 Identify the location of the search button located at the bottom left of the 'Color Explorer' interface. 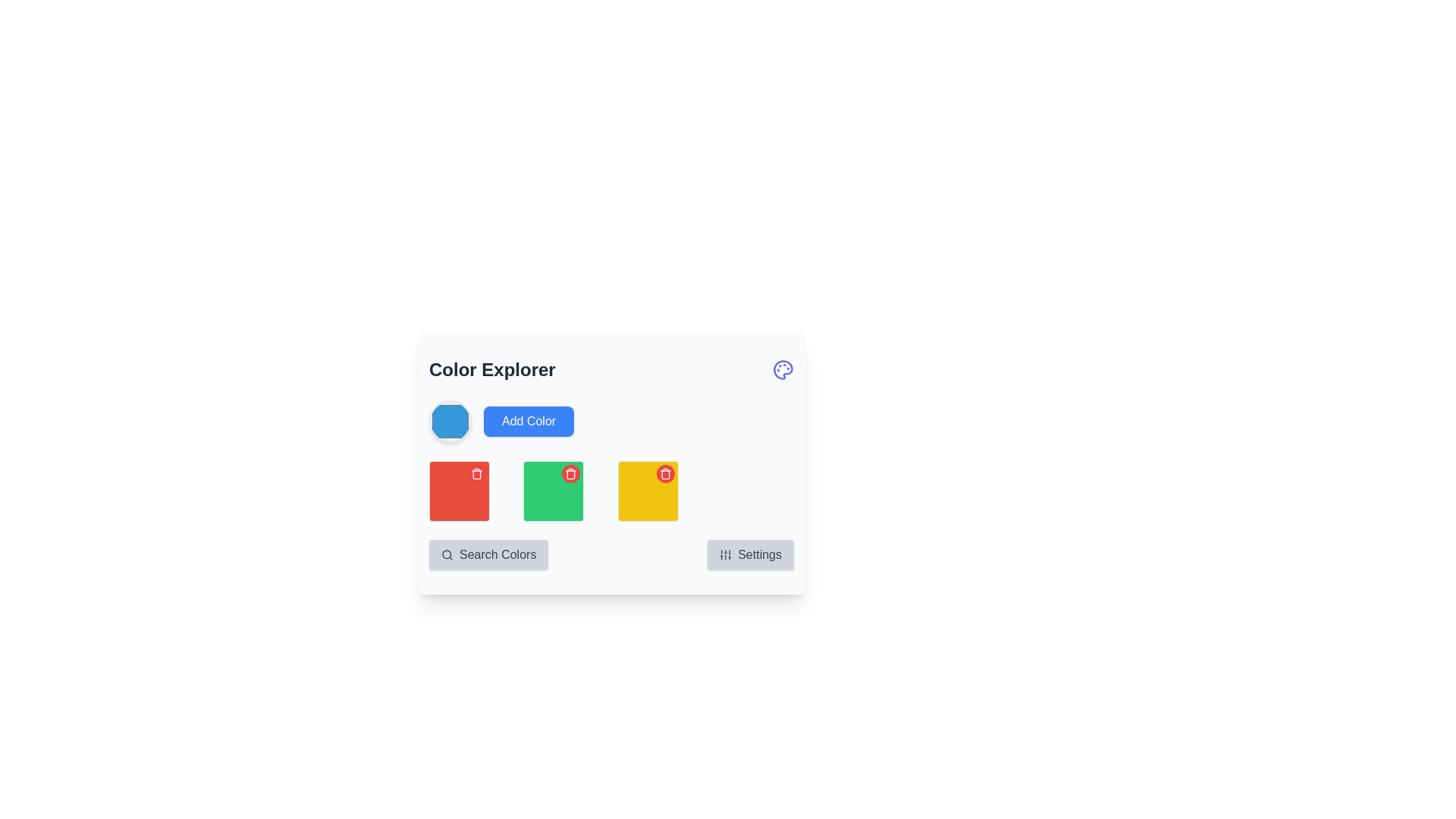
(488, 555).